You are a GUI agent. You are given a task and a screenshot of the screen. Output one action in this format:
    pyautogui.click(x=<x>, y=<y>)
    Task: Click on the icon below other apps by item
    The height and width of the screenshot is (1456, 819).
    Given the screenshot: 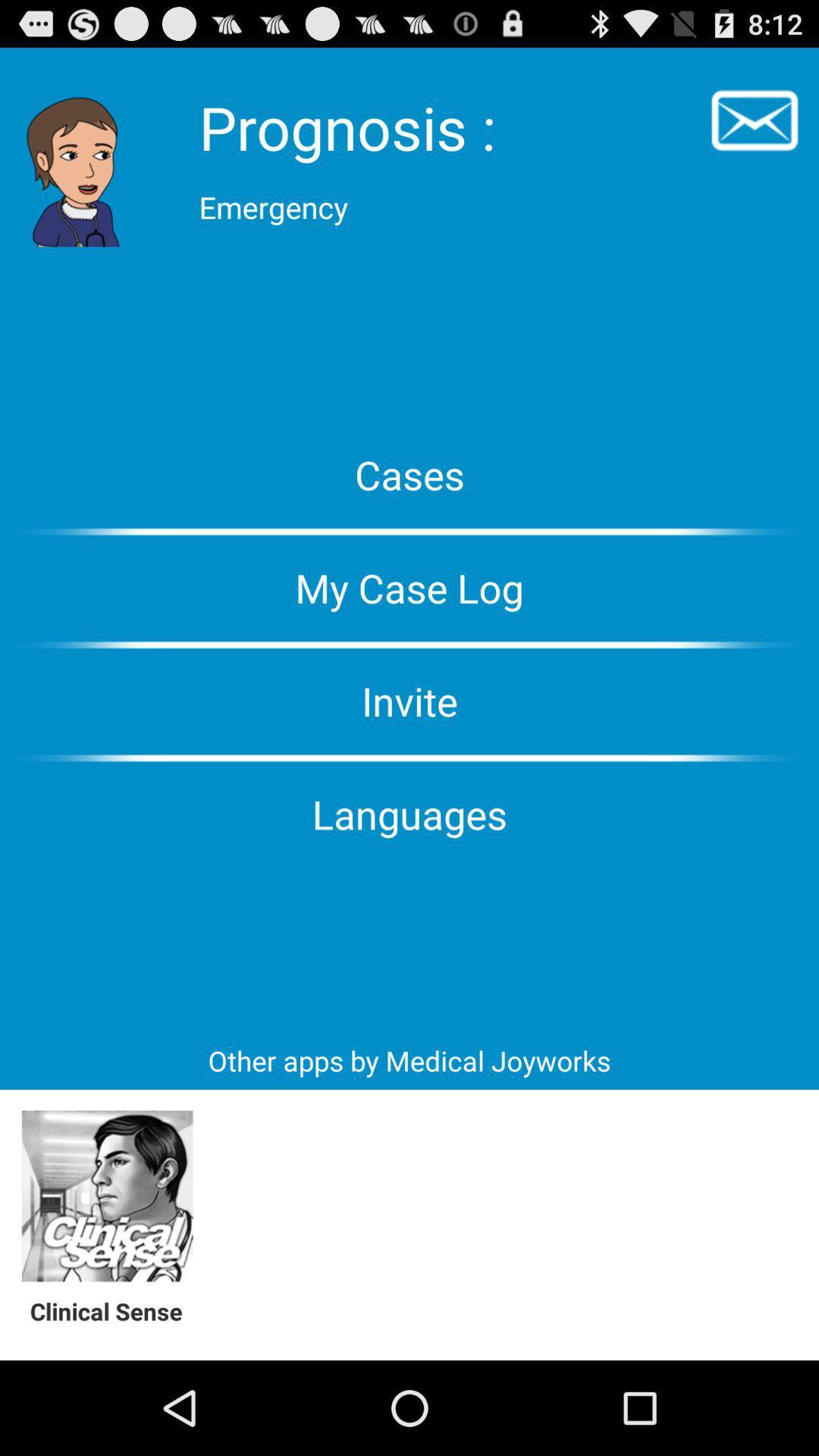 What is the action you would take?
    pyautogui.click(x=106, y=1196)
    